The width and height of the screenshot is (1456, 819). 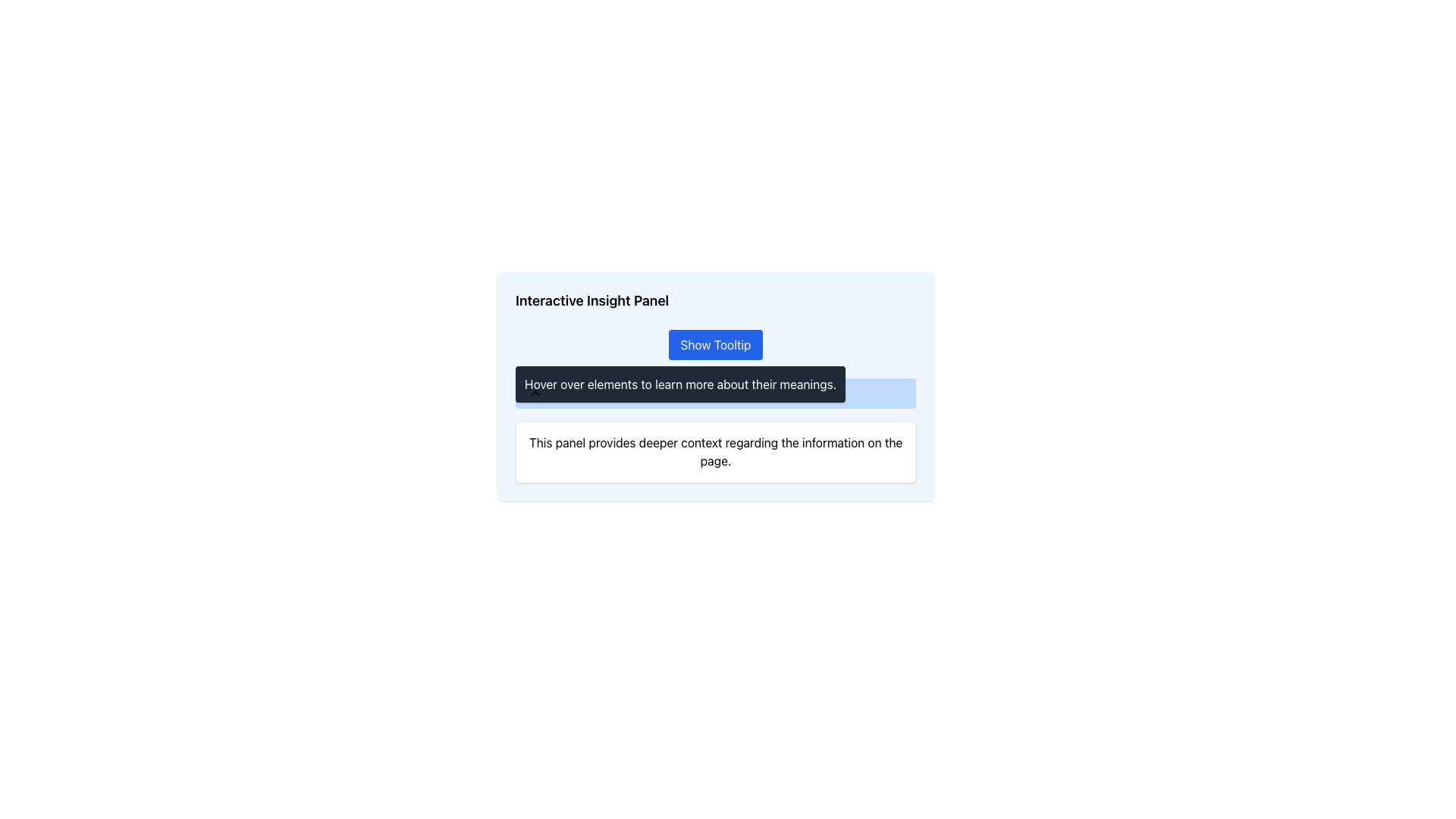 I want to click on the Informational Panel that provides deeper context regarding the information on the page, which is visually distinct with a white background and rounded corners, located at the bottom of the Interactive Insight Panel, so click(x=715, y=430).